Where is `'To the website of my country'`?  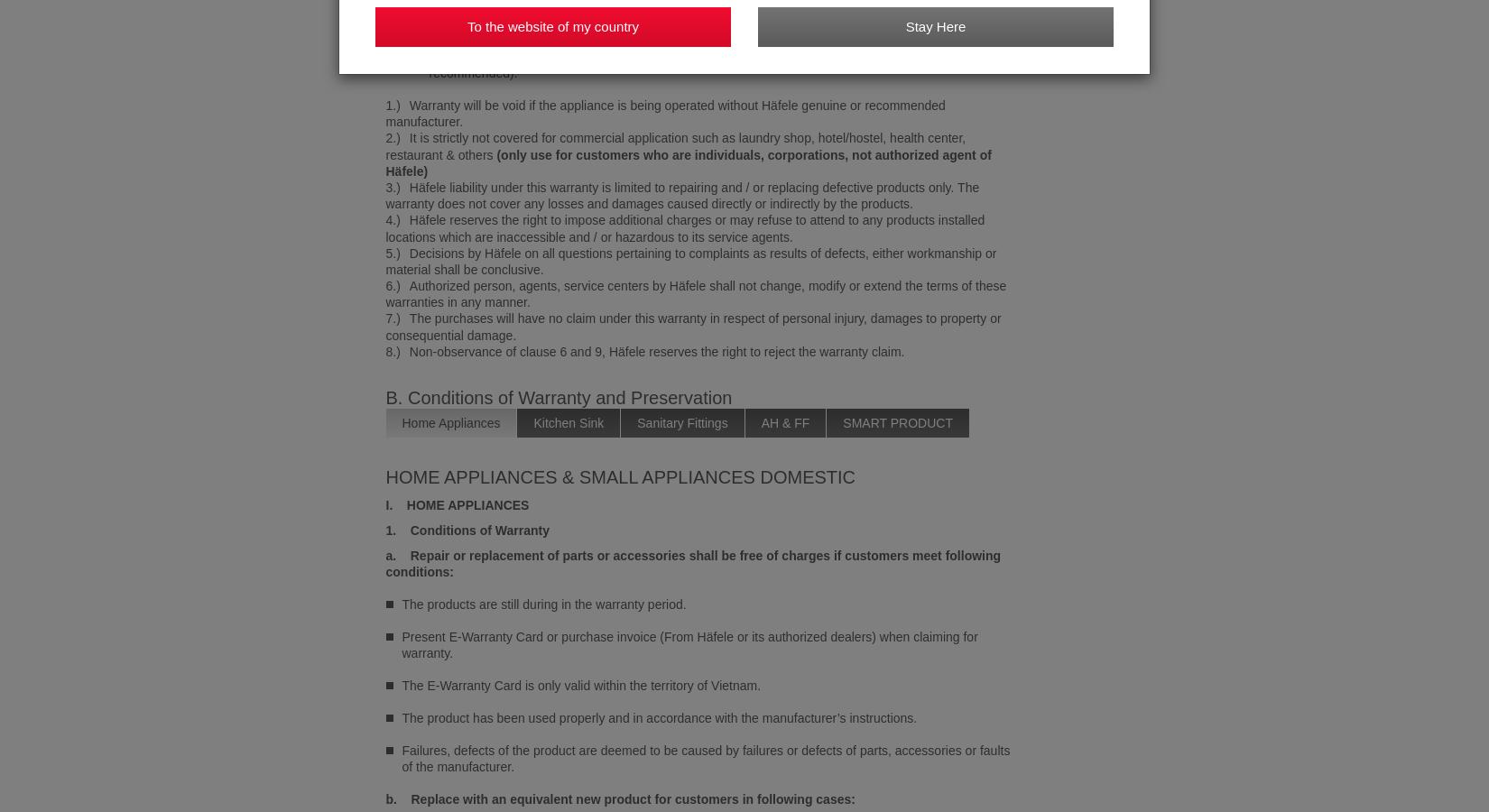 'To the website of my country' is located at coordinates (465, 25).